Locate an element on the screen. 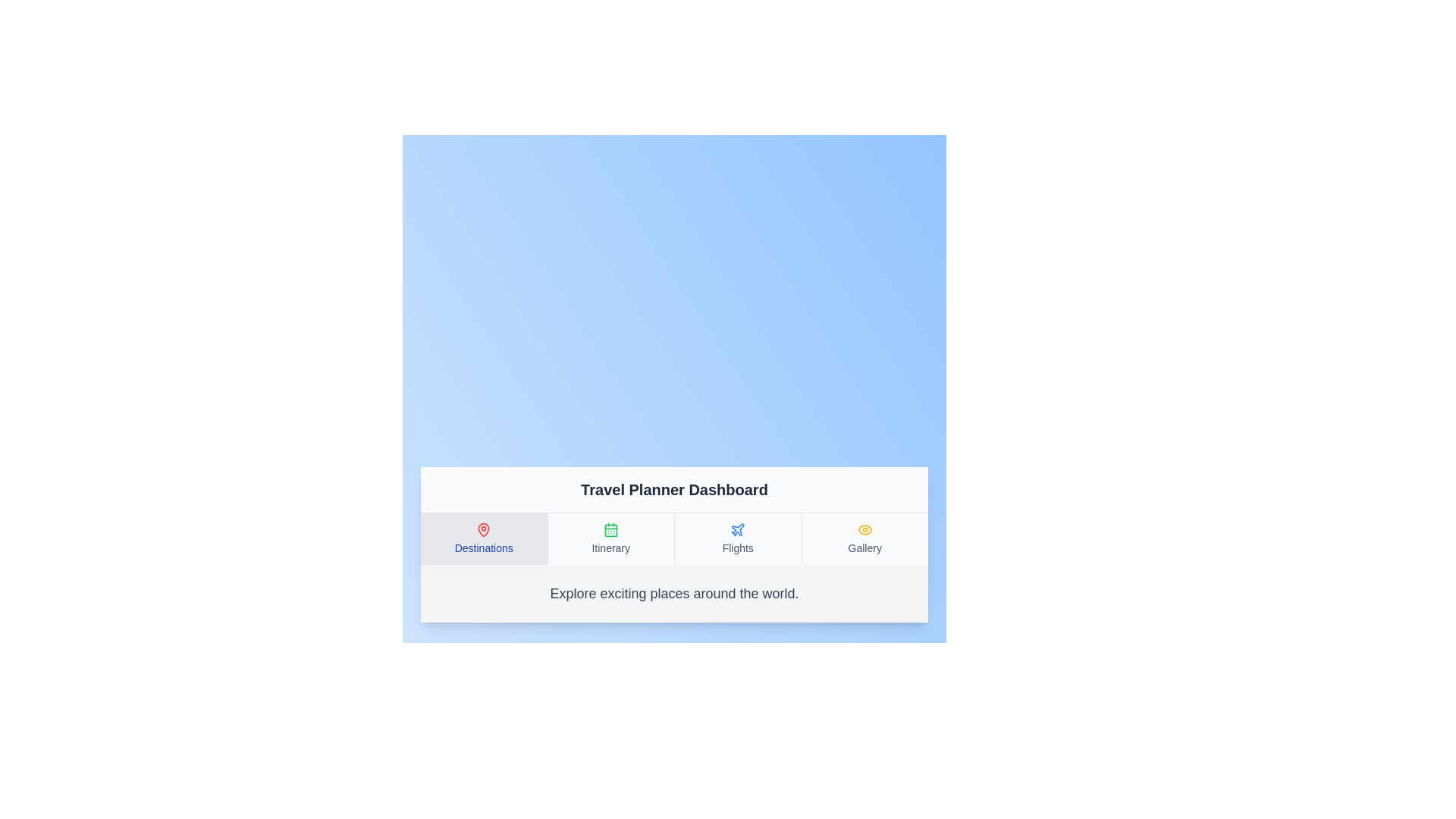 Image resolution: width=1456 pixels, height=819 pixels. the button-like navigation item with a green calendar icon and the label 'Itinerary' is located at coordinates (610, 538).